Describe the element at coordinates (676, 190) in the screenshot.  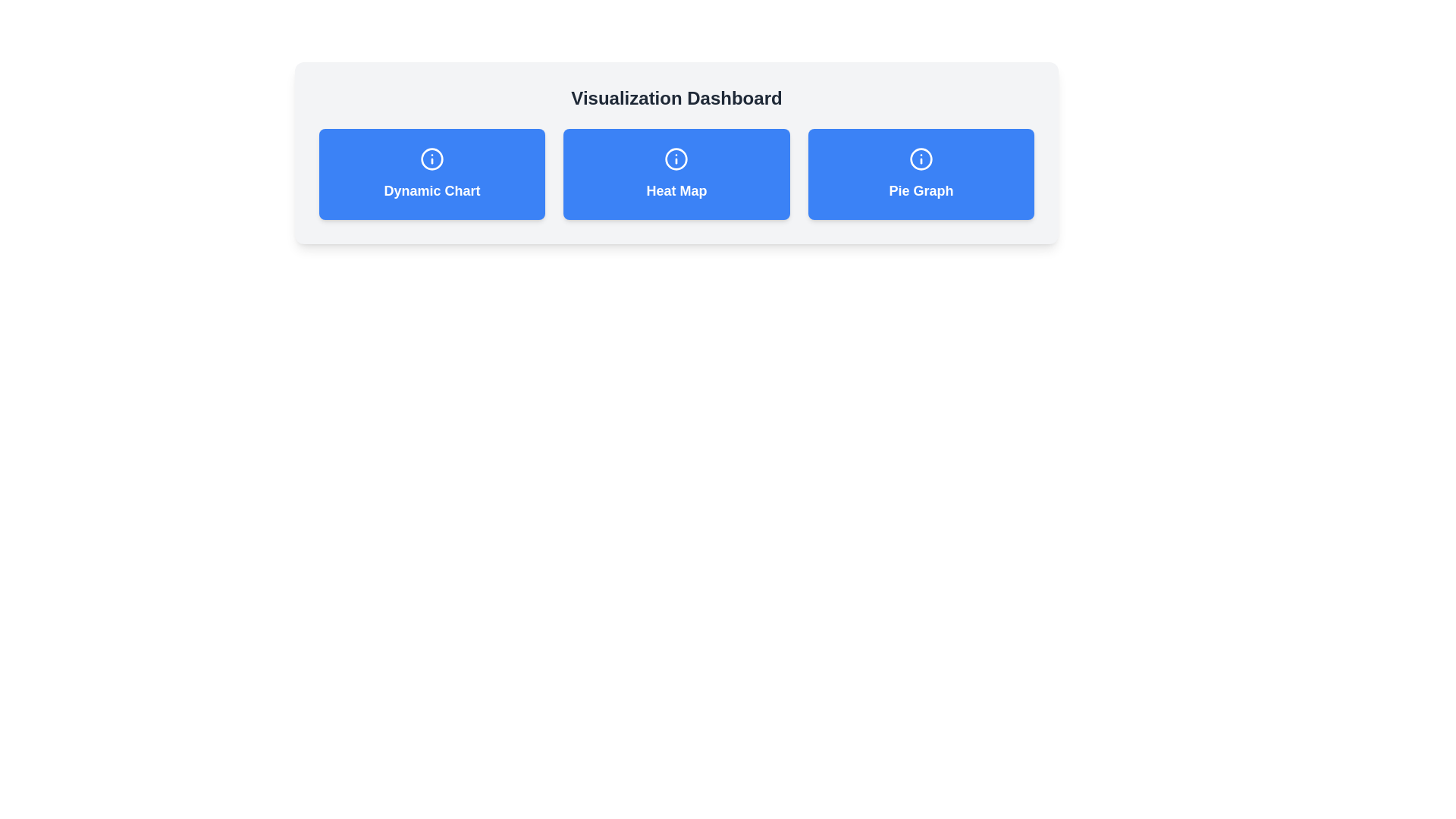
I see `text label 'Heat Map' which is displayed centrally in a medium-sized, bold font inside a blue rectangular button with rounded edges` at that location.